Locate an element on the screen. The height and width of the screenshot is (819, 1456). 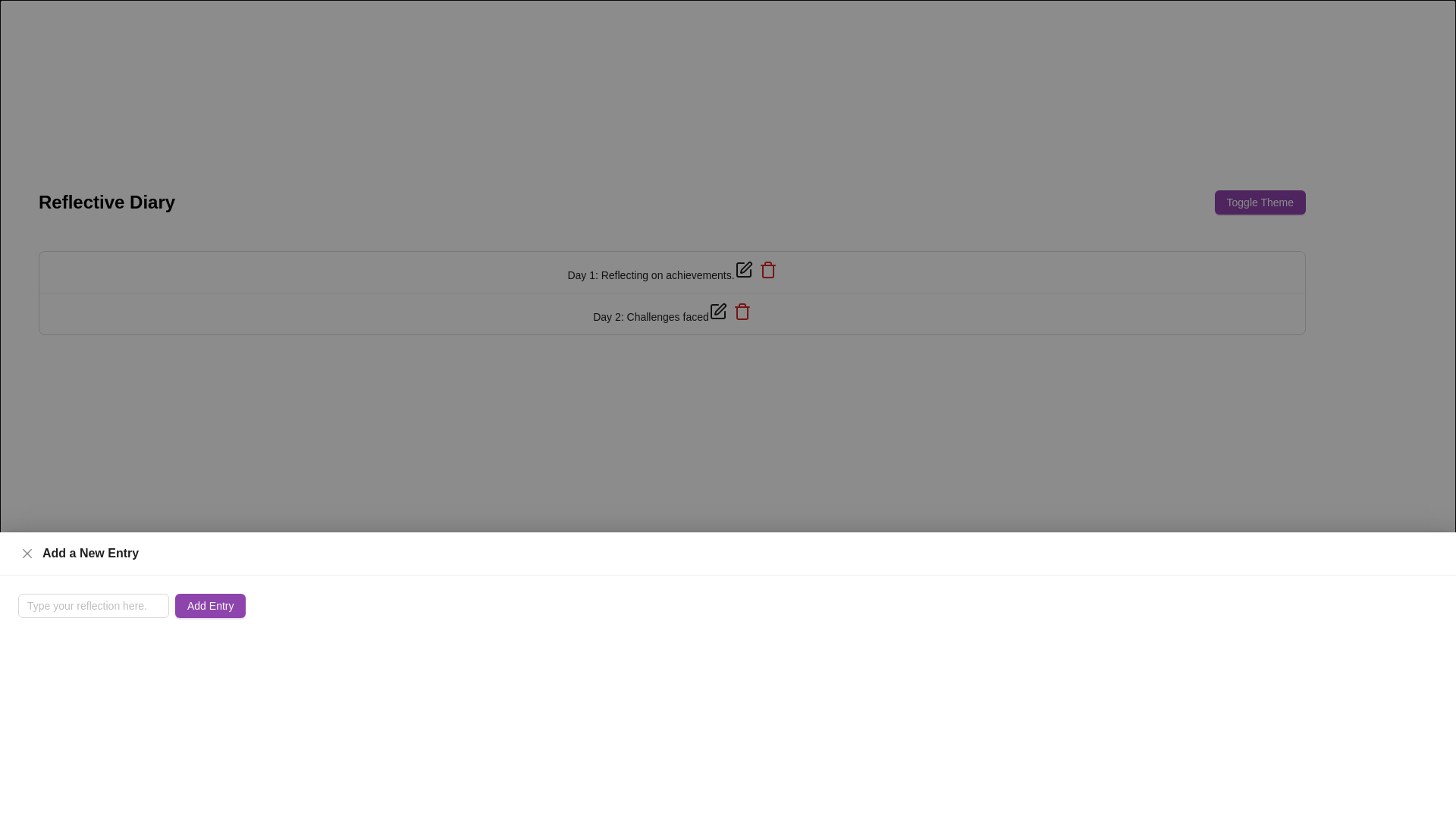
the edit icon, which is represented by a simple pencil, located to the left of the trash can icon in the action group for the item 'Day 1: Reflecting on achievements.' is located at coordinates (755, 268).